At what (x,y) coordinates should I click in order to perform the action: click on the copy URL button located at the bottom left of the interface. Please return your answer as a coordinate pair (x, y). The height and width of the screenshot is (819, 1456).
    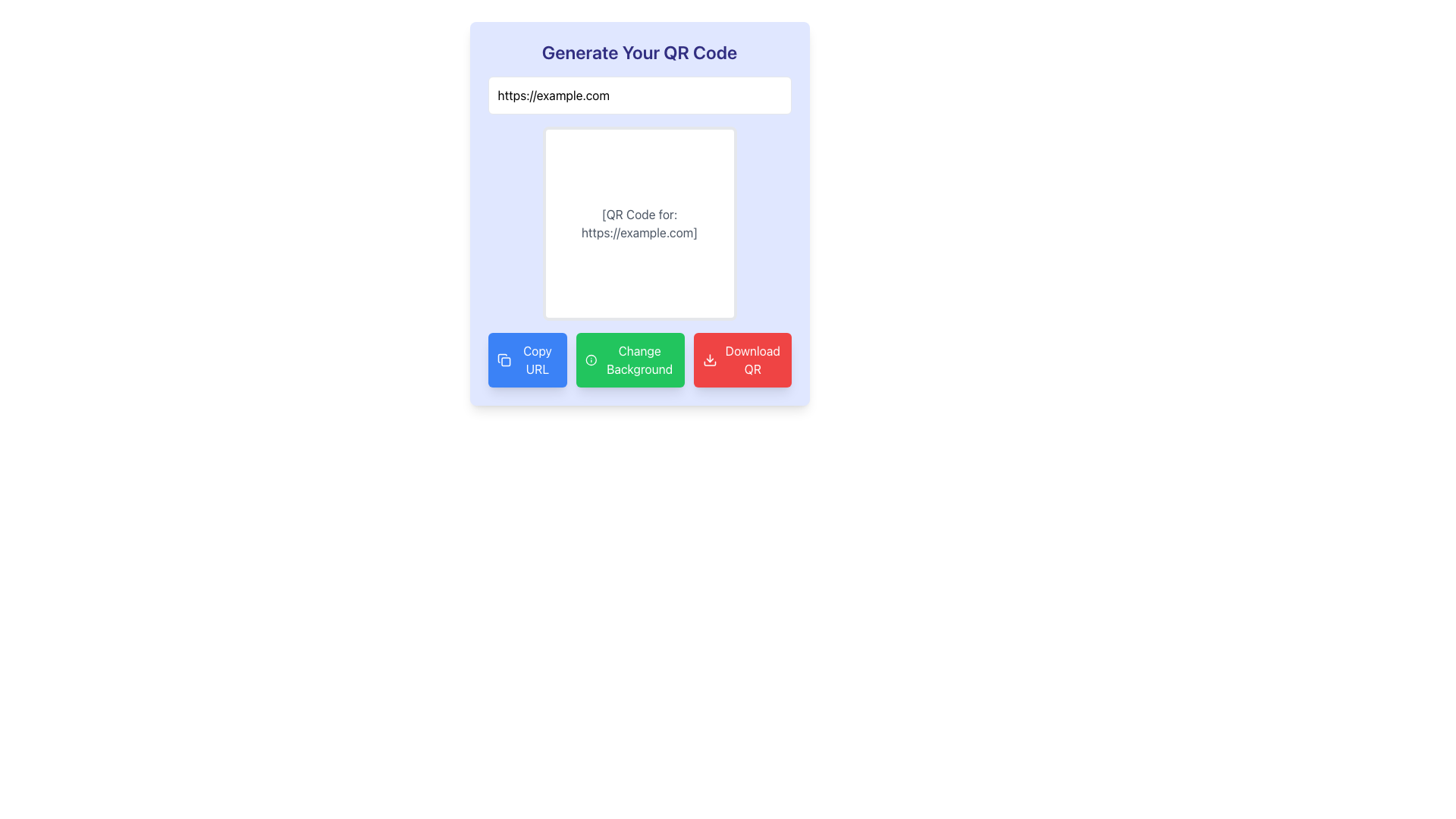
    Looking at the image, I should click on (528, 359).